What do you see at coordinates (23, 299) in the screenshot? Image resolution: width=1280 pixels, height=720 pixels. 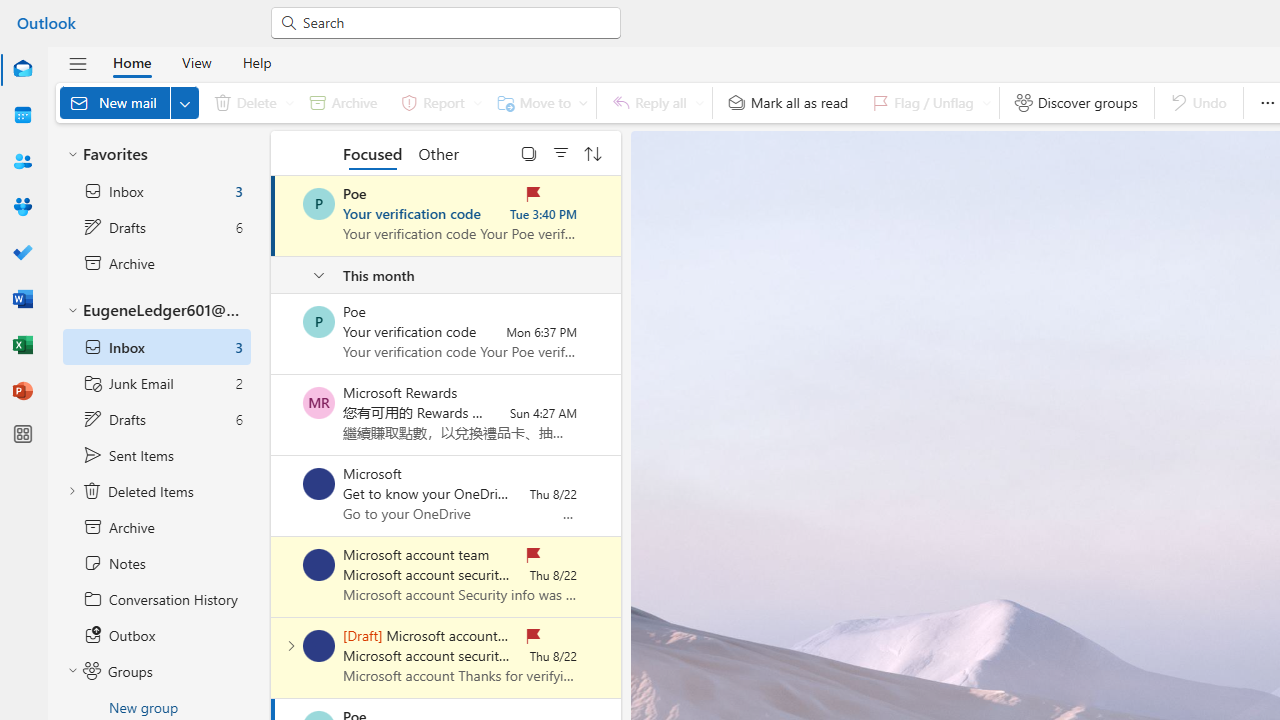 I see `'Word'` at bounding box center [23, 299].